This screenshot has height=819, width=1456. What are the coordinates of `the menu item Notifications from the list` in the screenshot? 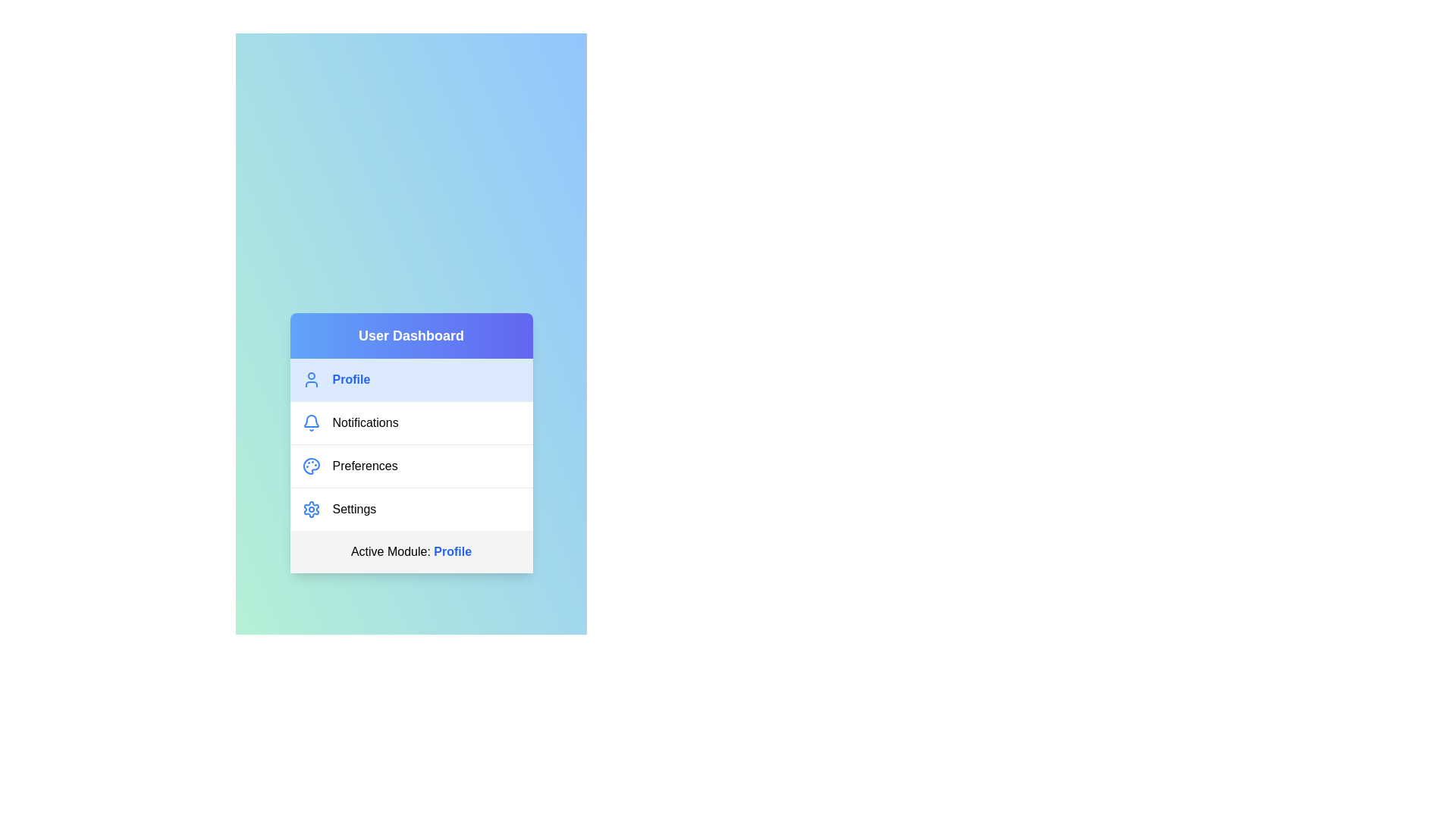 It's located at (411, 422).